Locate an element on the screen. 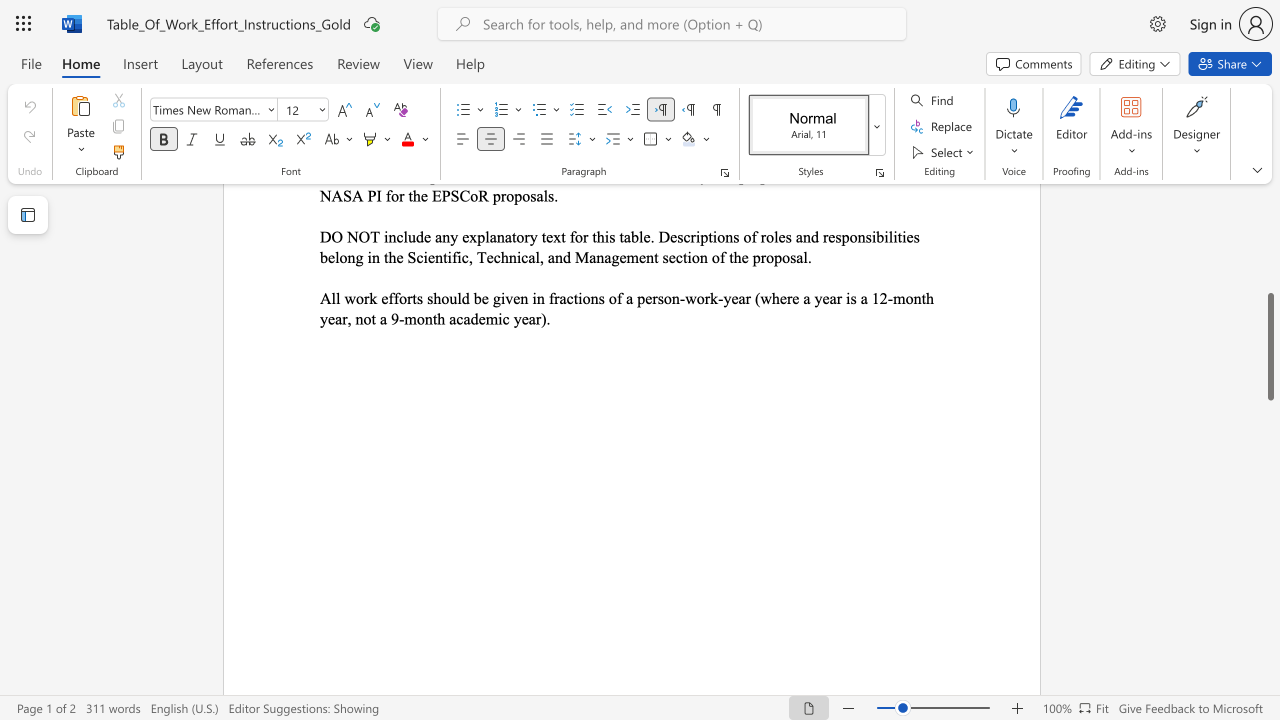 Image resolution: width=1280 pixels, height=720 pixels. the scrollbar and move up 170 pixels is located at coordinates (1269, 345).